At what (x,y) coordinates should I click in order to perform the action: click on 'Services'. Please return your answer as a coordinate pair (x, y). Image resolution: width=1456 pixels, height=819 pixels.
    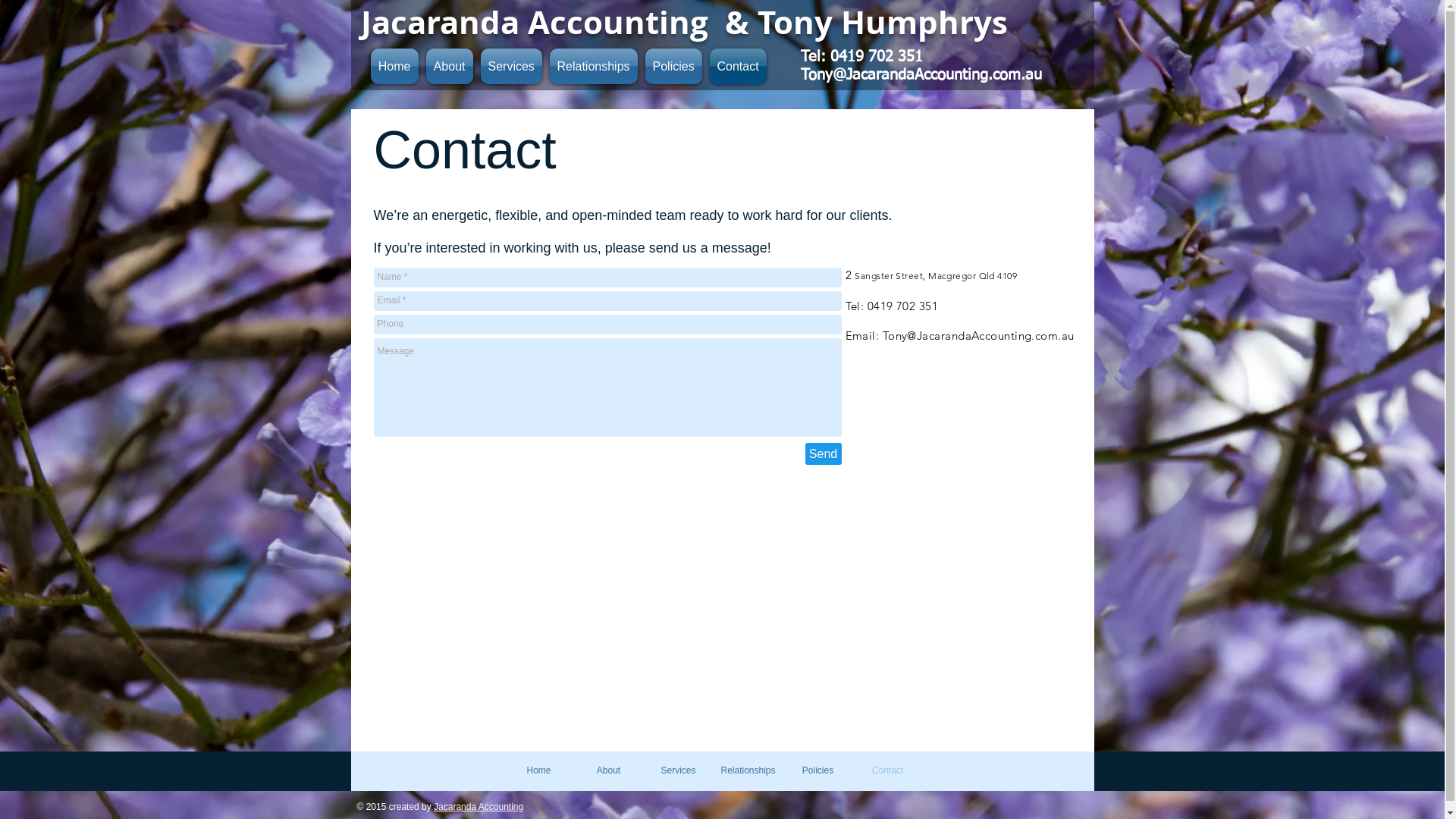
    Looking at the image, I should click on (510, 65).